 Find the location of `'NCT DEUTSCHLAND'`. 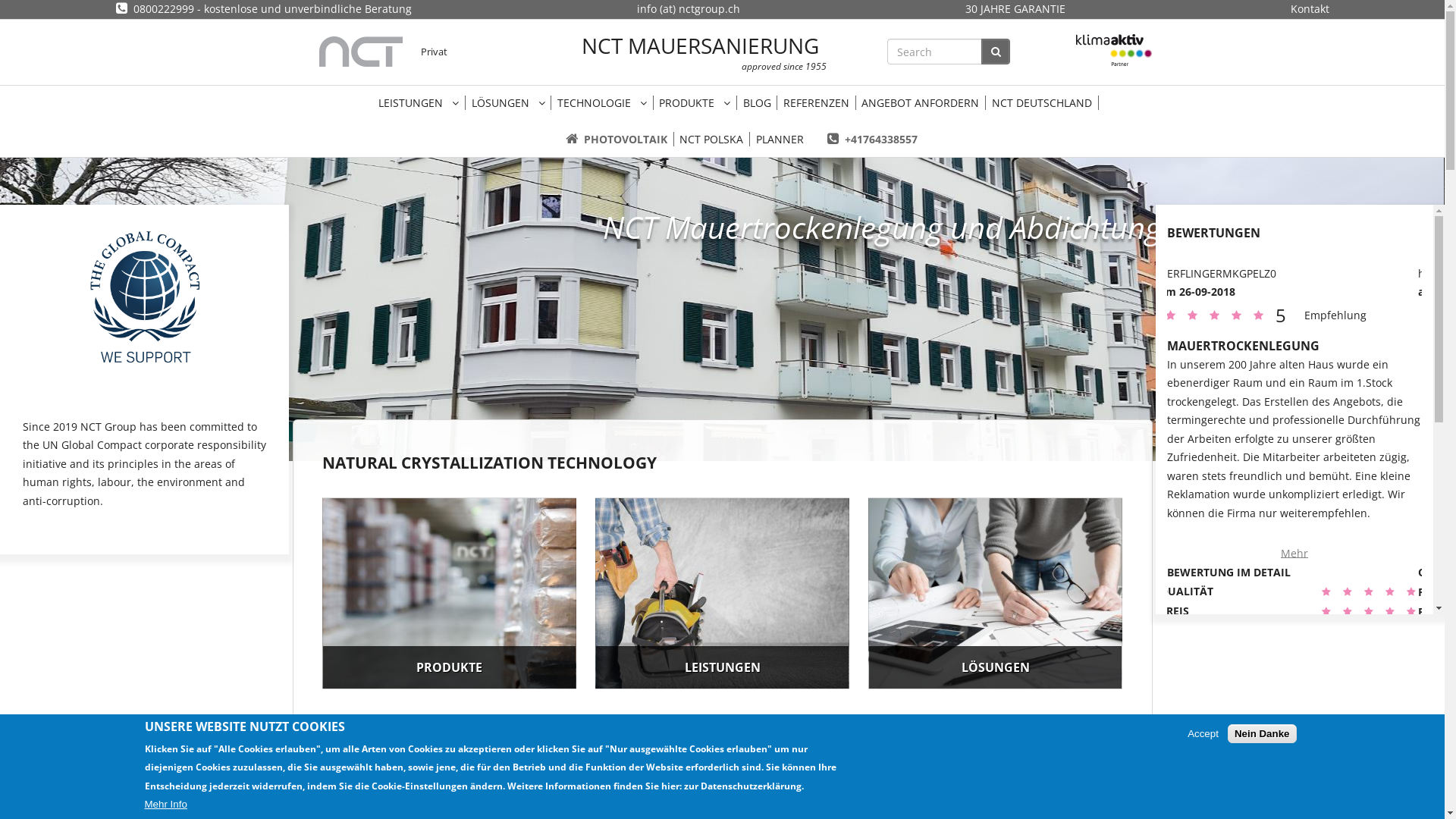

'NCT DEUTSCHLAND' is located at coordinates (1040, 102).